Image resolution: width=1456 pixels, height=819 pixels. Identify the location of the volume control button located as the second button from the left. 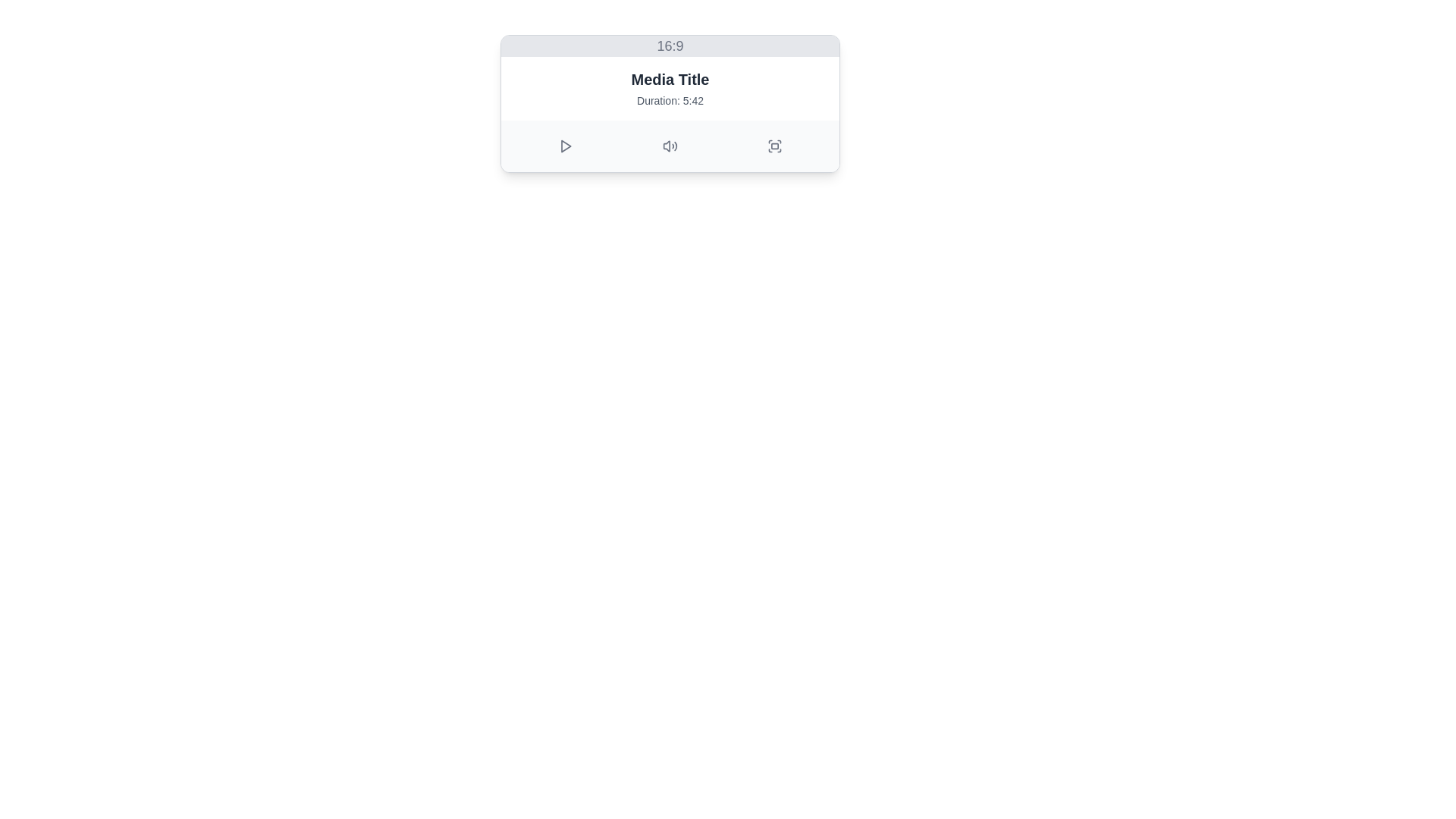
(669, 146).